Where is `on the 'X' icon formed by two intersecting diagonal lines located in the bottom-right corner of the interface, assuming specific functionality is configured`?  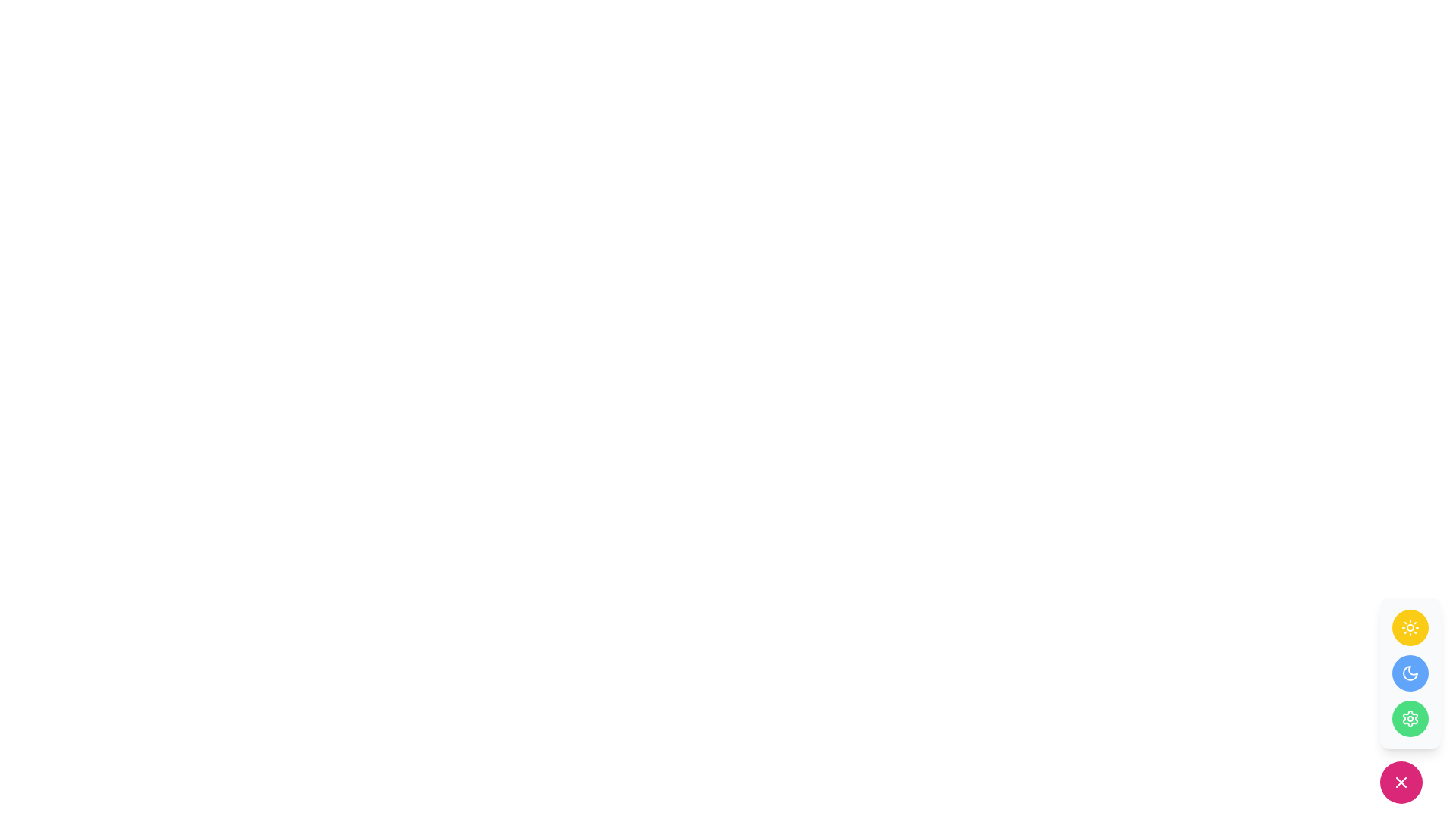 on the 'X' icon formed by two intersecting diagonal lines located in the bottom-right corner of the interface, assuming specific functionality is configured is located at coordinates (1401, 783).